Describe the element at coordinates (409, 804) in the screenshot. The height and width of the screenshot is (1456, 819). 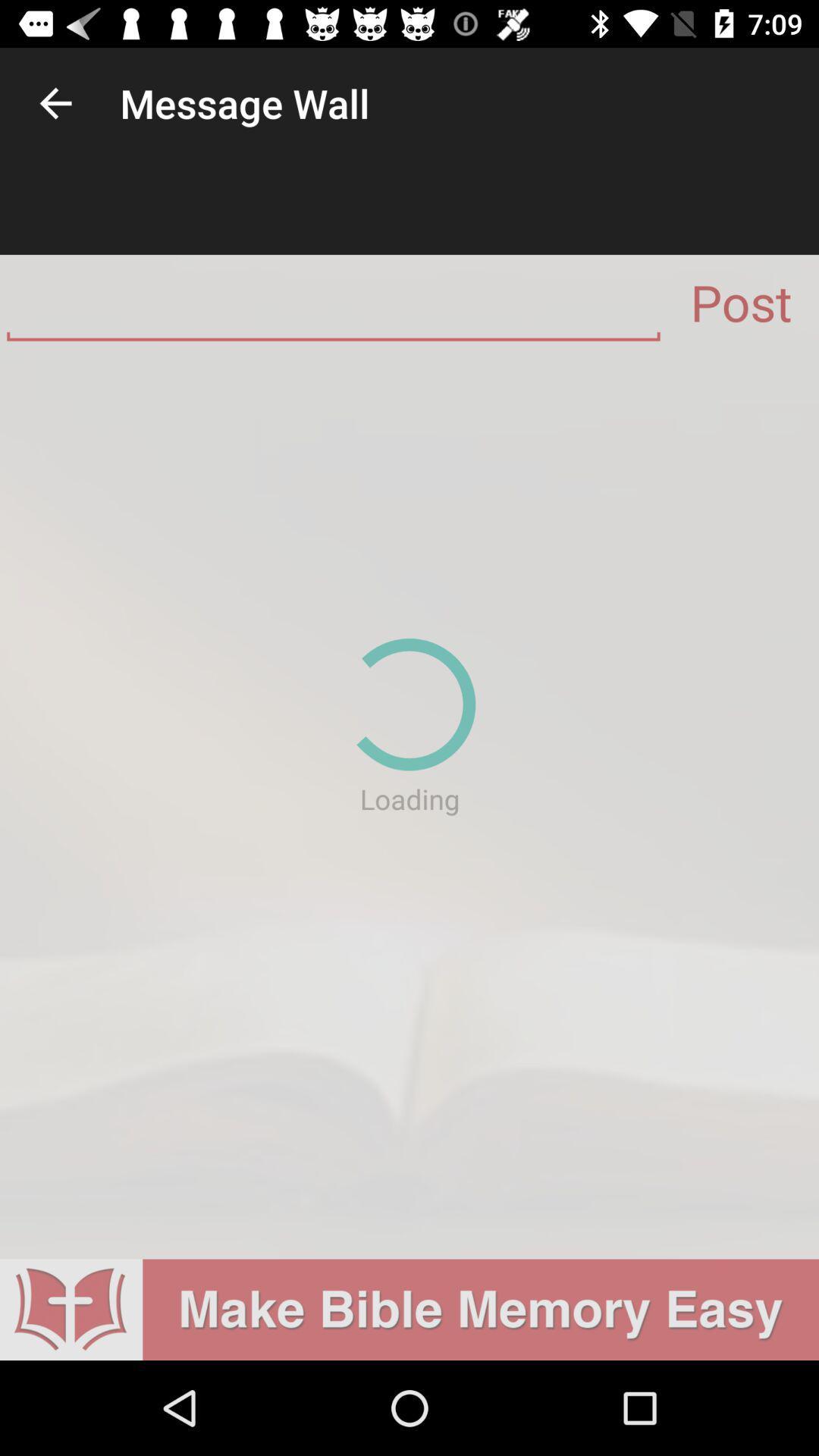
I see `loading option` at that location.